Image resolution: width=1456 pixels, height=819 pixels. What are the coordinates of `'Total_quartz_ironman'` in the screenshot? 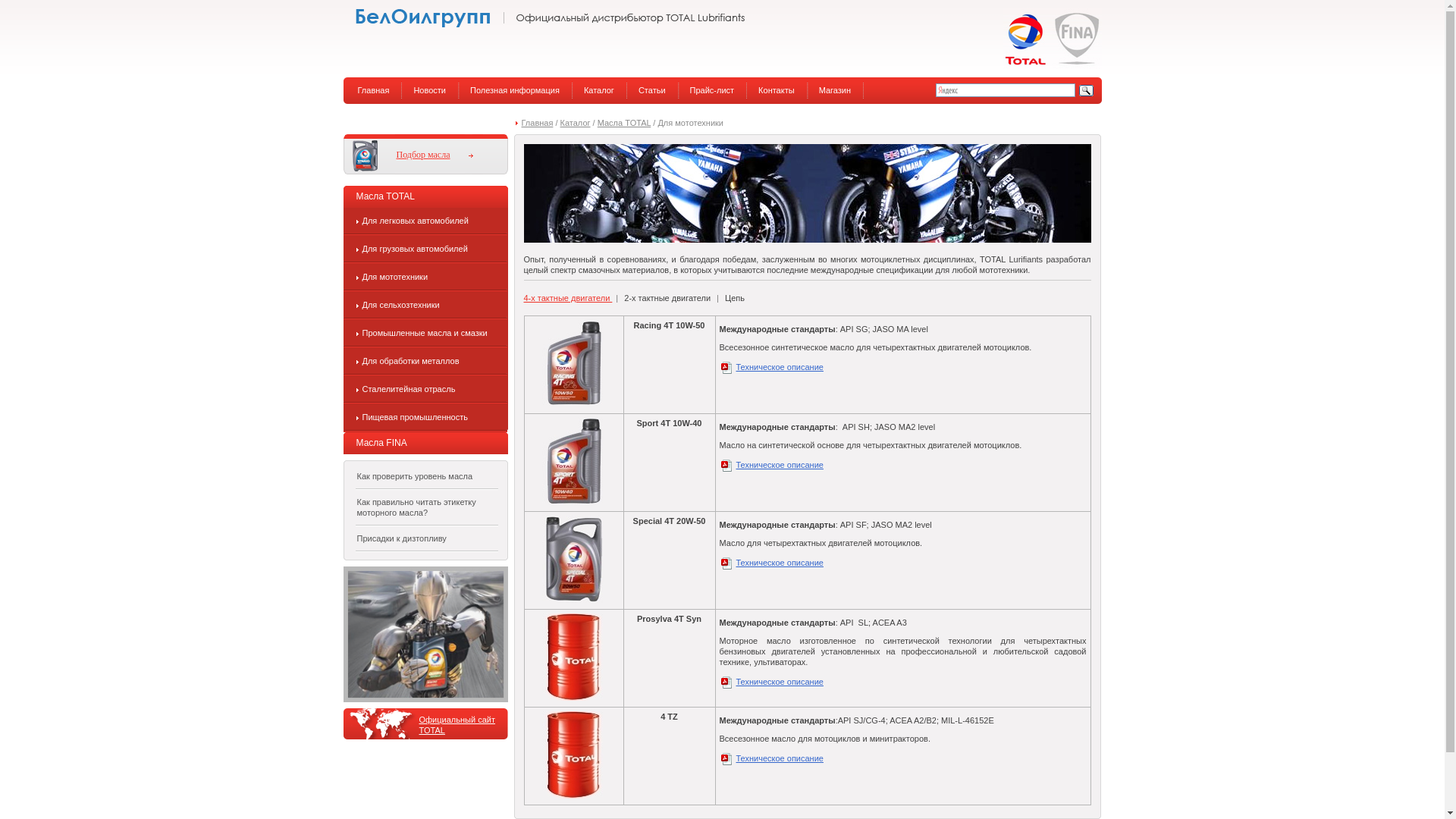 It's located at (425, 634).